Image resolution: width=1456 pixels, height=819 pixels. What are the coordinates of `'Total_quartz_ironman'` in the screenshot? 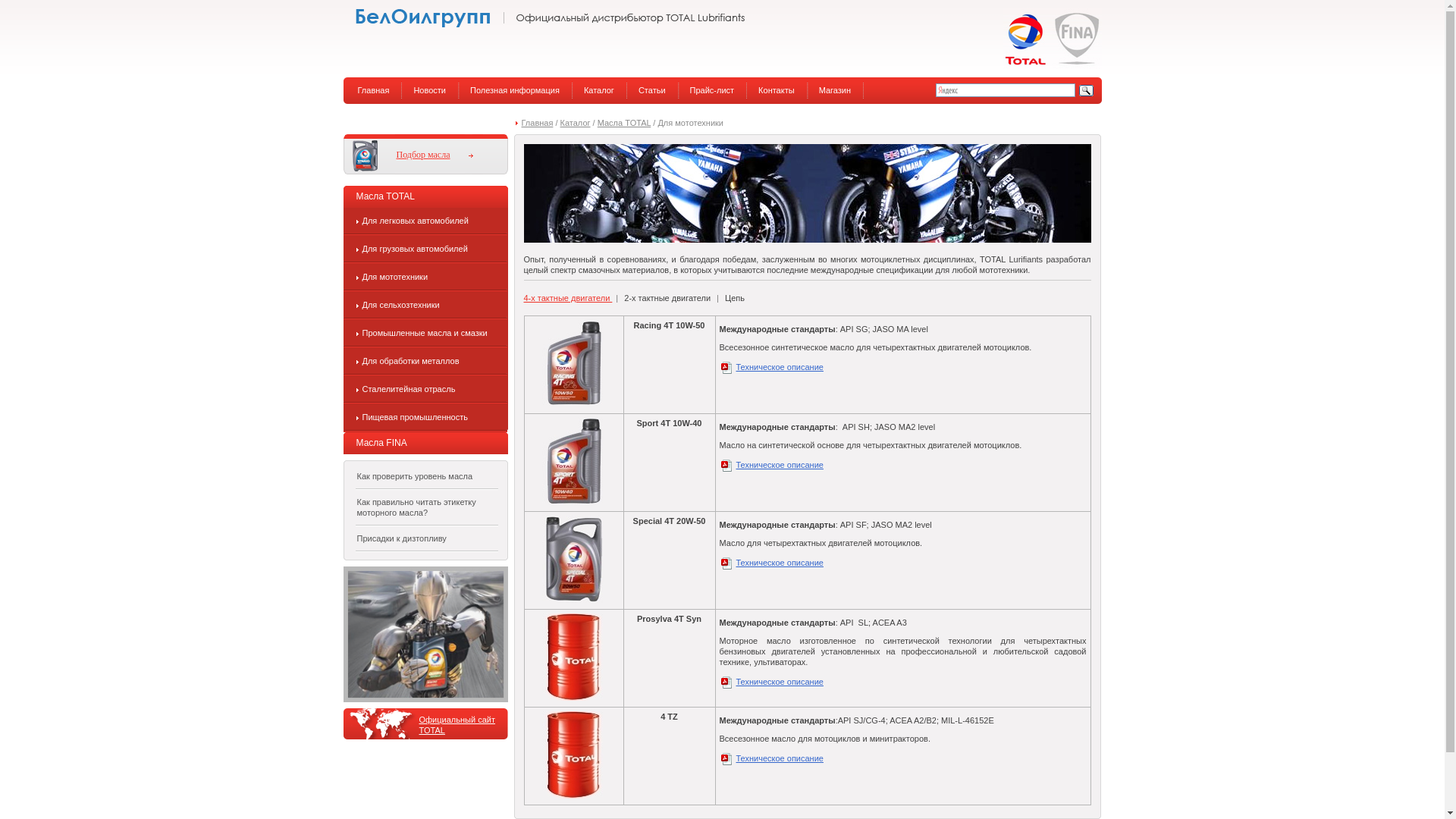 It's located at (425, 634).